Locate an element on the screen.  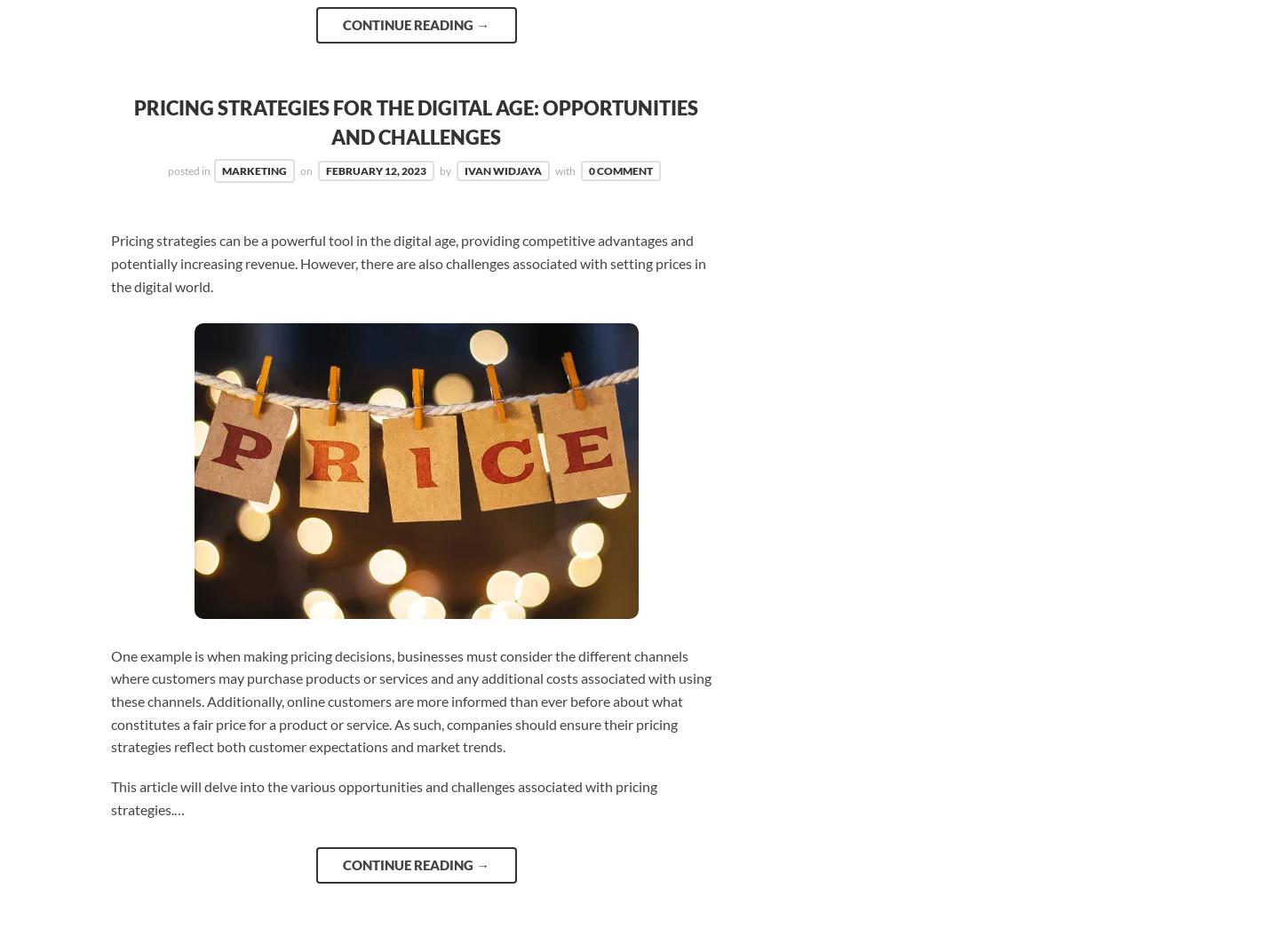
'Pricing Strategies For The Digital Age: Opportunities And Challenges' is located at coordinates (132, 122).